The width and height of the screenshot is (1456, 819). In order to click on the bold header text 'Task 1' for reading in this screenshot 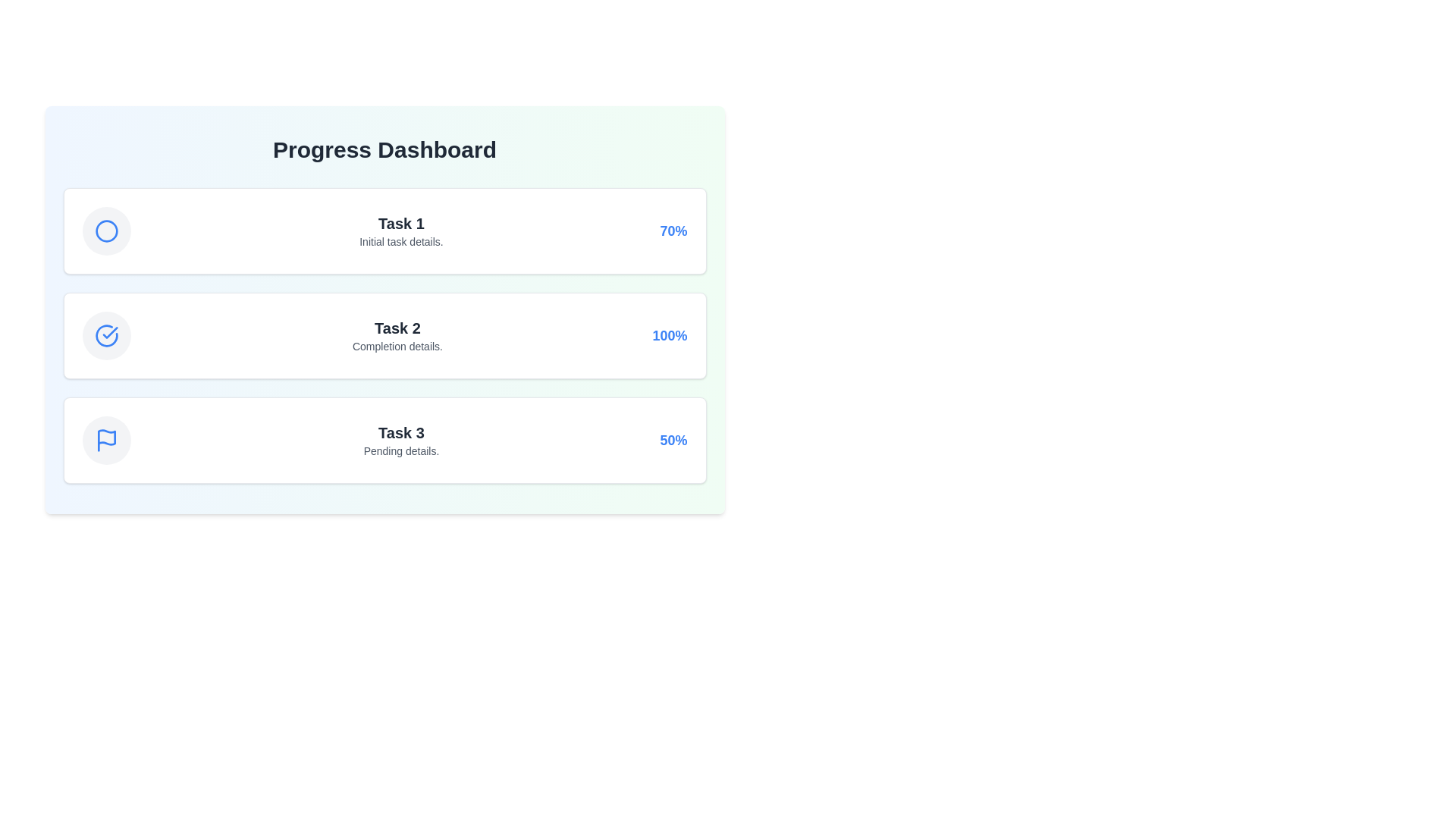, I will do `click(401, 223)`.